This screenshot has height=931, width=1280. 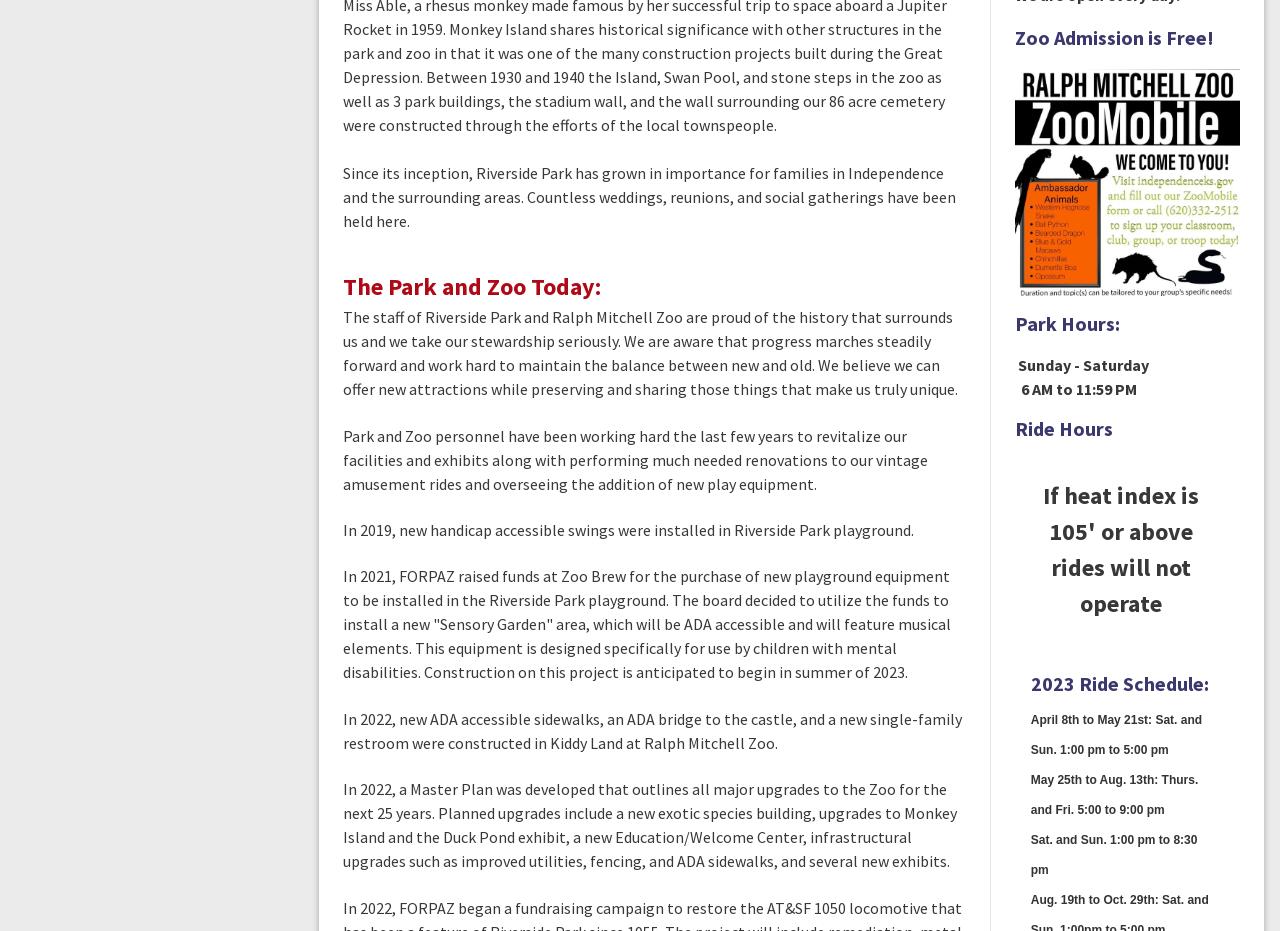 I want to click on 'In 2022, new ADA accessible sidewalks, an ADA bridge to the castle, and a new single-family restroom were constructed in Kiddy Land at Ralph Mitchell Zoo.', so click(x=652, y=728).